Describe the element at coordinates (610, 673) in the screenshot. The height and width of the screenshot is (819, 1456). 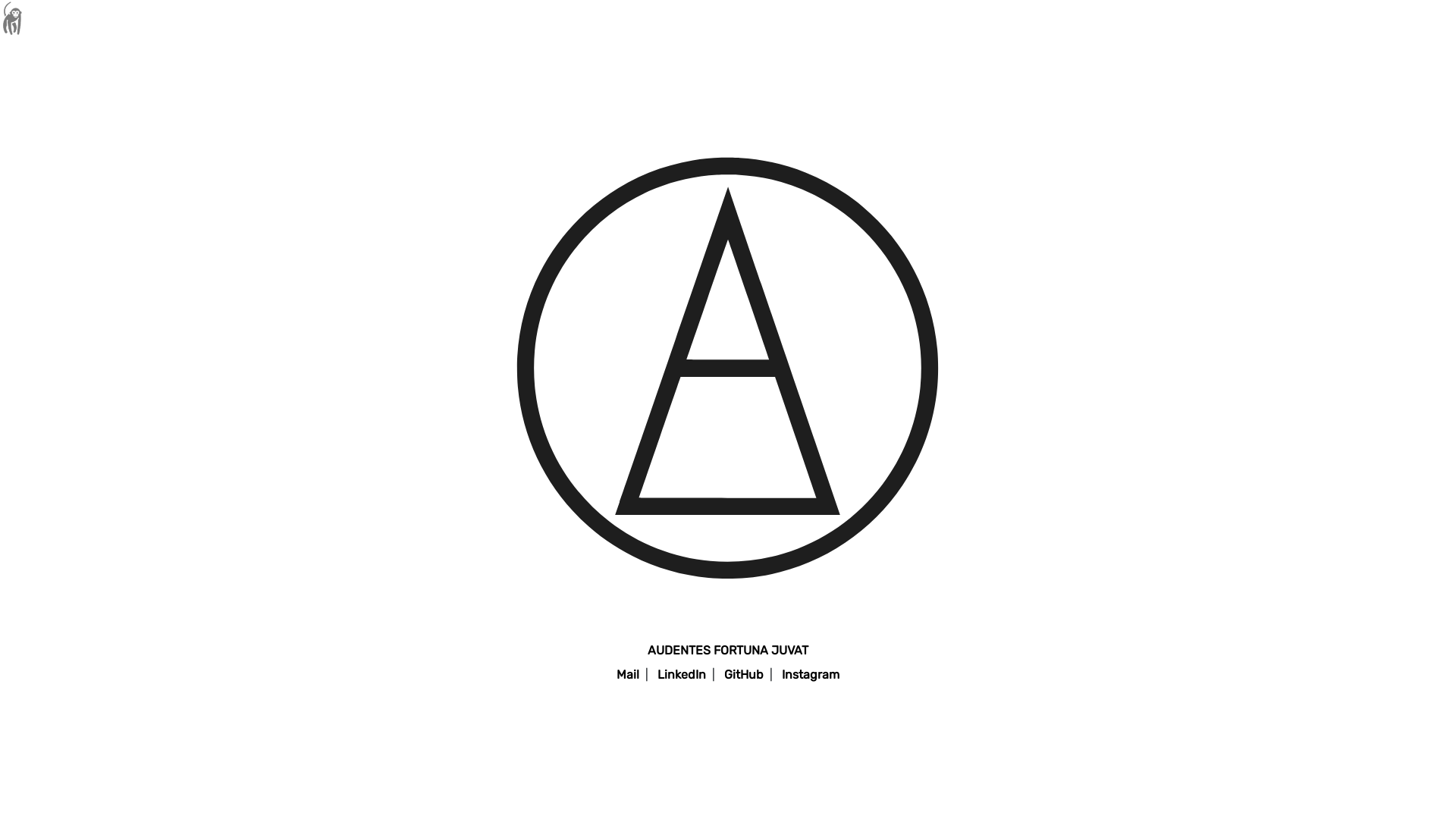
I see `'Mail'` at that location.